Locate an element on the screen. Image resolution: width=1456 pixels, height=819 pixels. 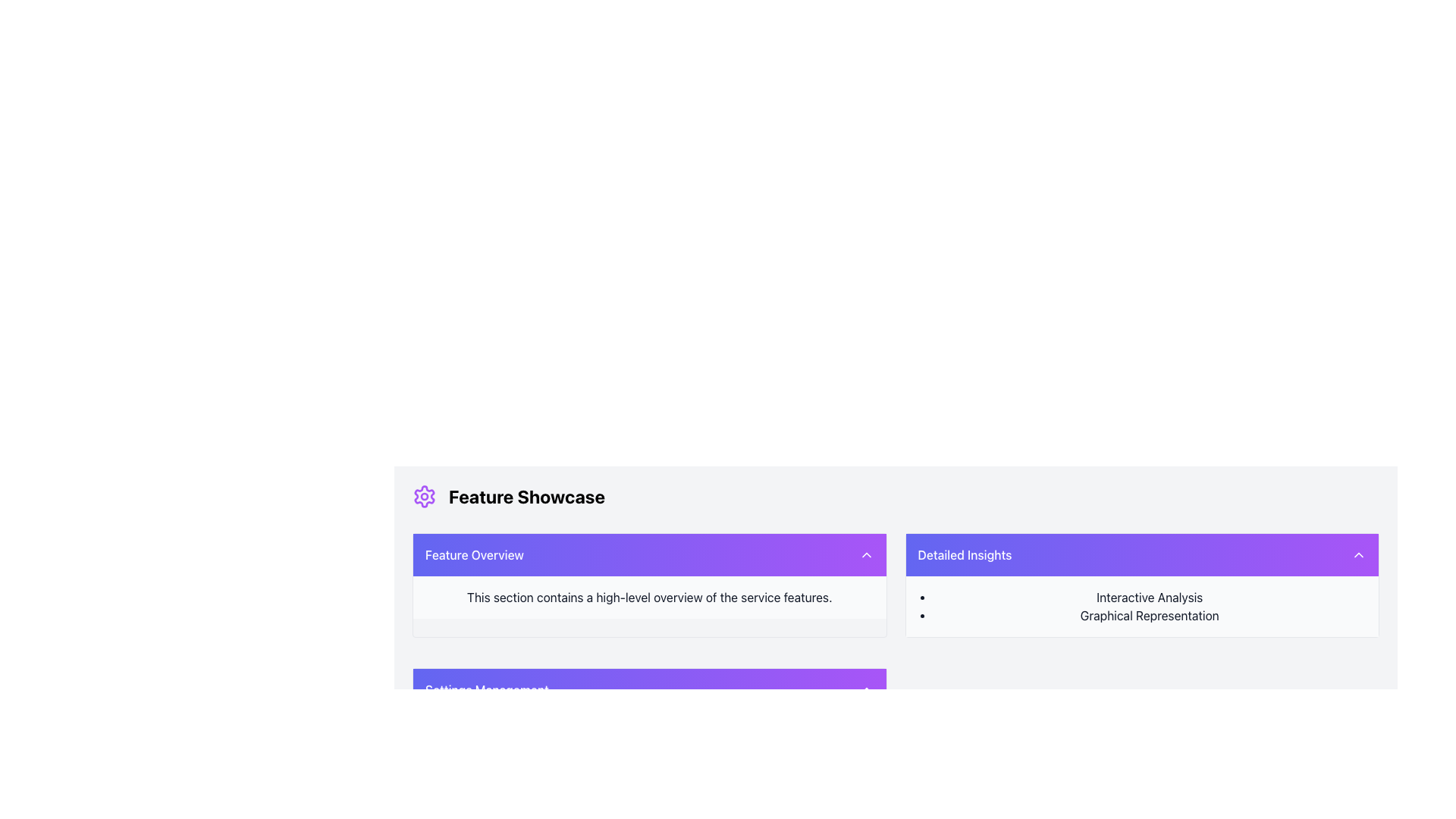
the upward chevron icon located at the far right end of the 'Detailed Insights' section header is located at coordinates (1358, 555).